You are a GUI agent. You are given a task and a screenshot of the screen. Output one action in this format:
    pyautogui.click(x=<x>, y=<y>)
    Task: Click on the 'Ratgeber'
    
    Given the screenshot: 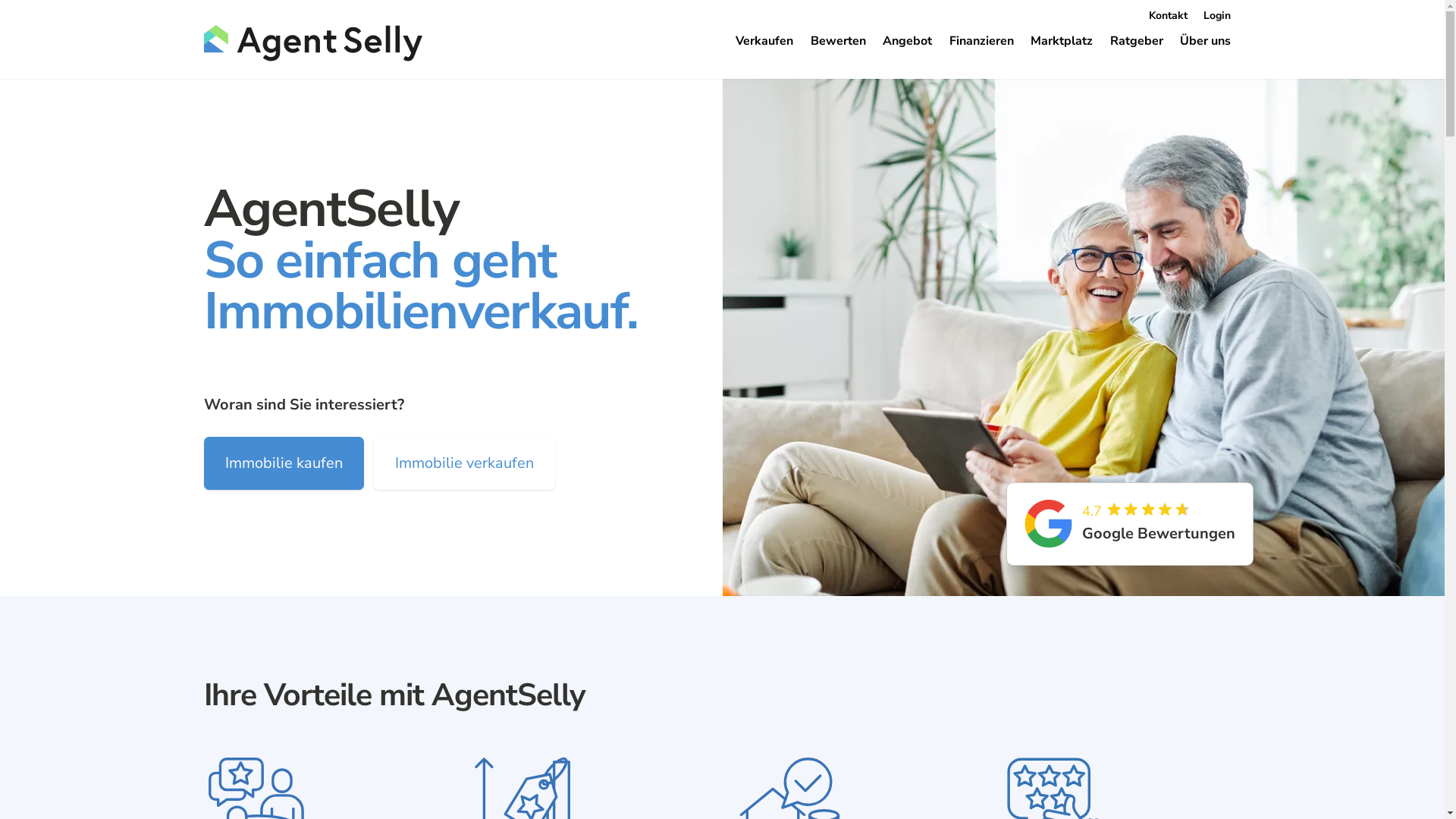 What is the action you would take?
    pyautogui.click(x=1136, y=40)
    